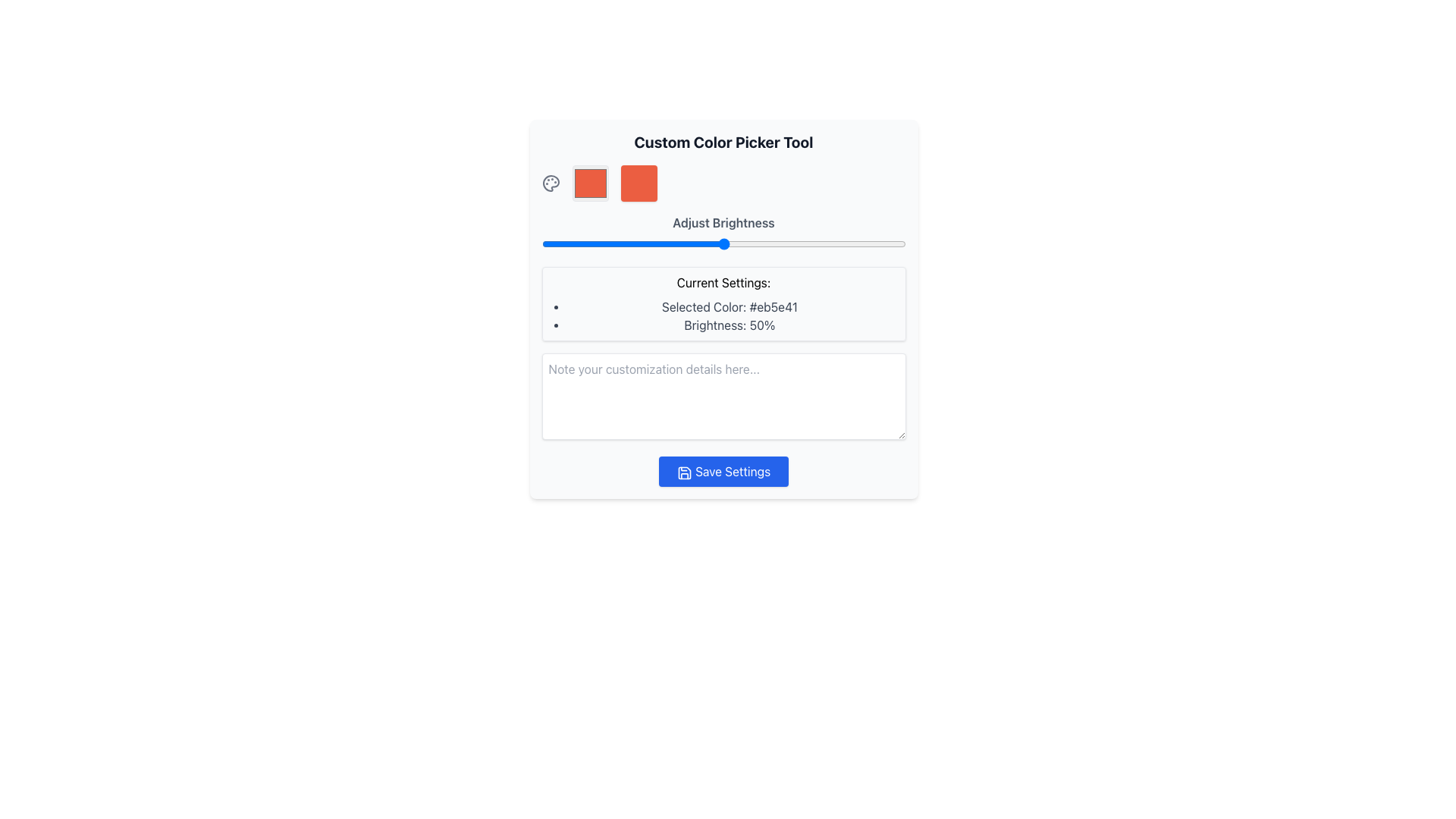 This screenshot has width=1456, height=819. Describe the element at coordinates (730, 324) in the screenshot. I see `the text label displaying 'Brightness: 50%' located under 'Current Settings' in the bulleted list` at that location.